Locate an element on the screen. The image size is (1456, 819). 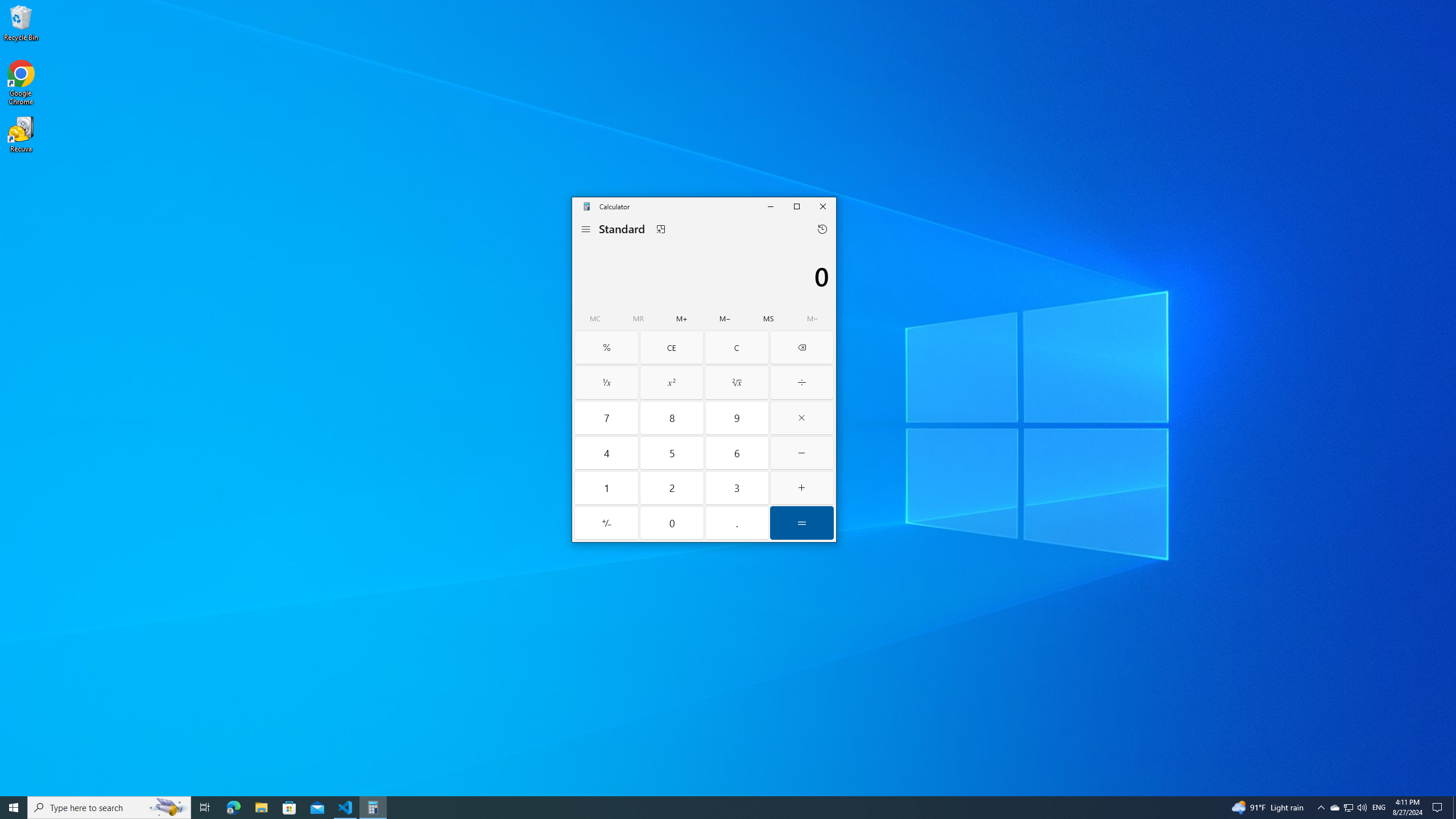
'Open history flyout' is located at coordinates (822, 229).